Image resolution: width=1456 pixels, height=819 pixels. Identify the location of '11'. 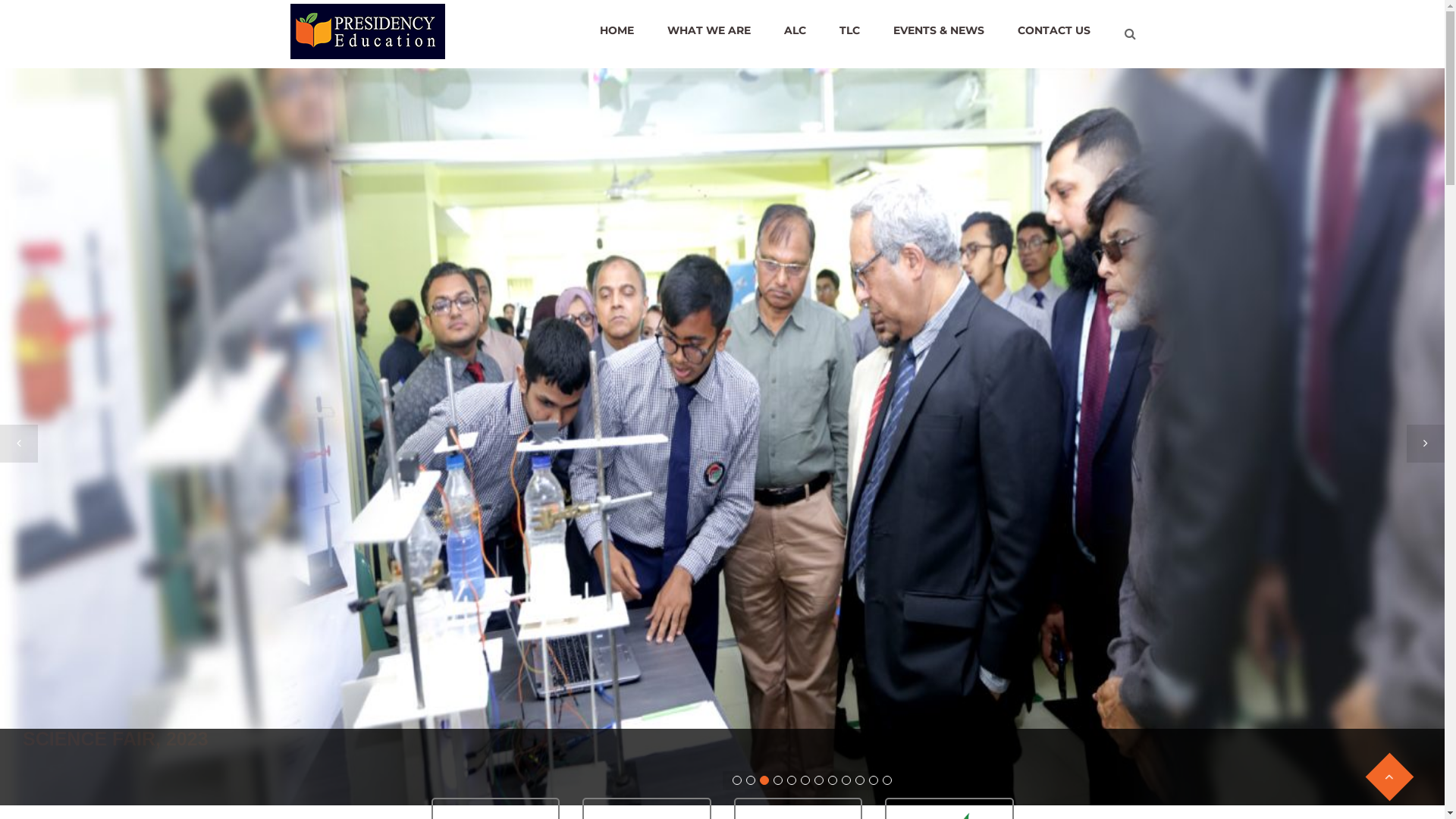
(874, 780).